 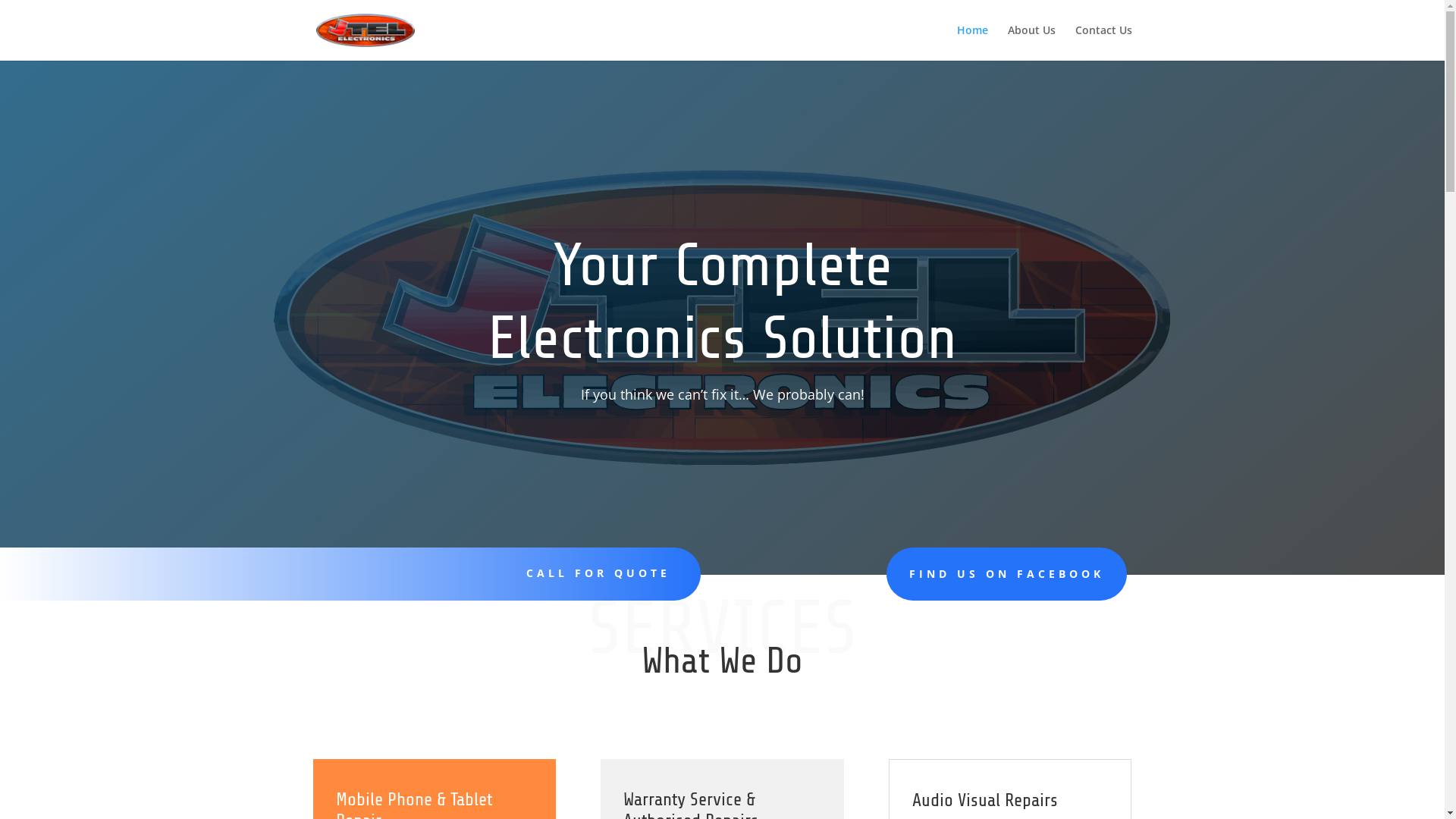 What do you see at coordinates (972, 42) in the screenshot?
I see `'Home'` at bounding box center [972, 42].